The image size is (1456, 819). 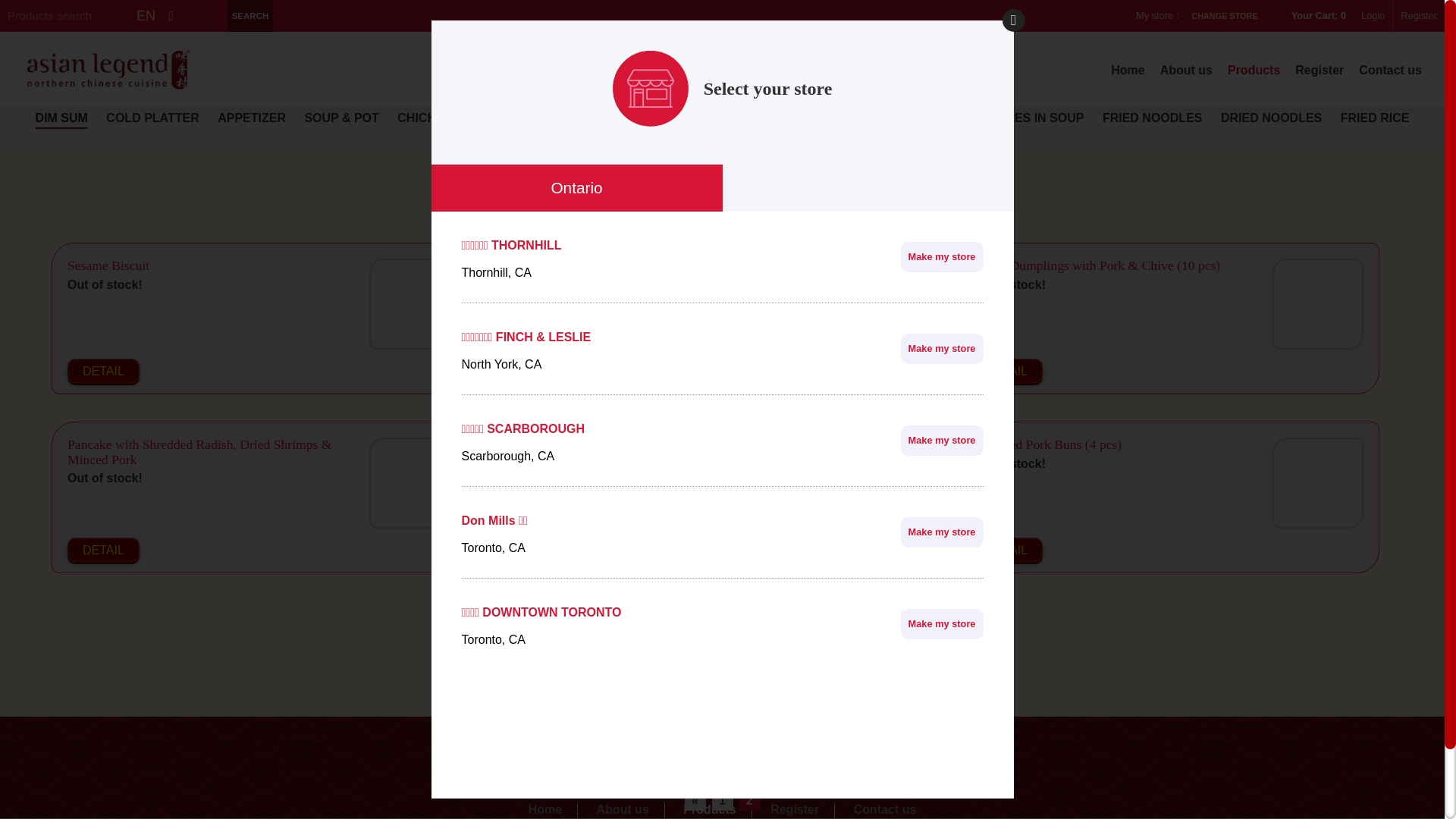 What do you see at coordinates (61, 117) in the screenshot?
I see `'DIM SUM'` at bounding box center [61, 117].